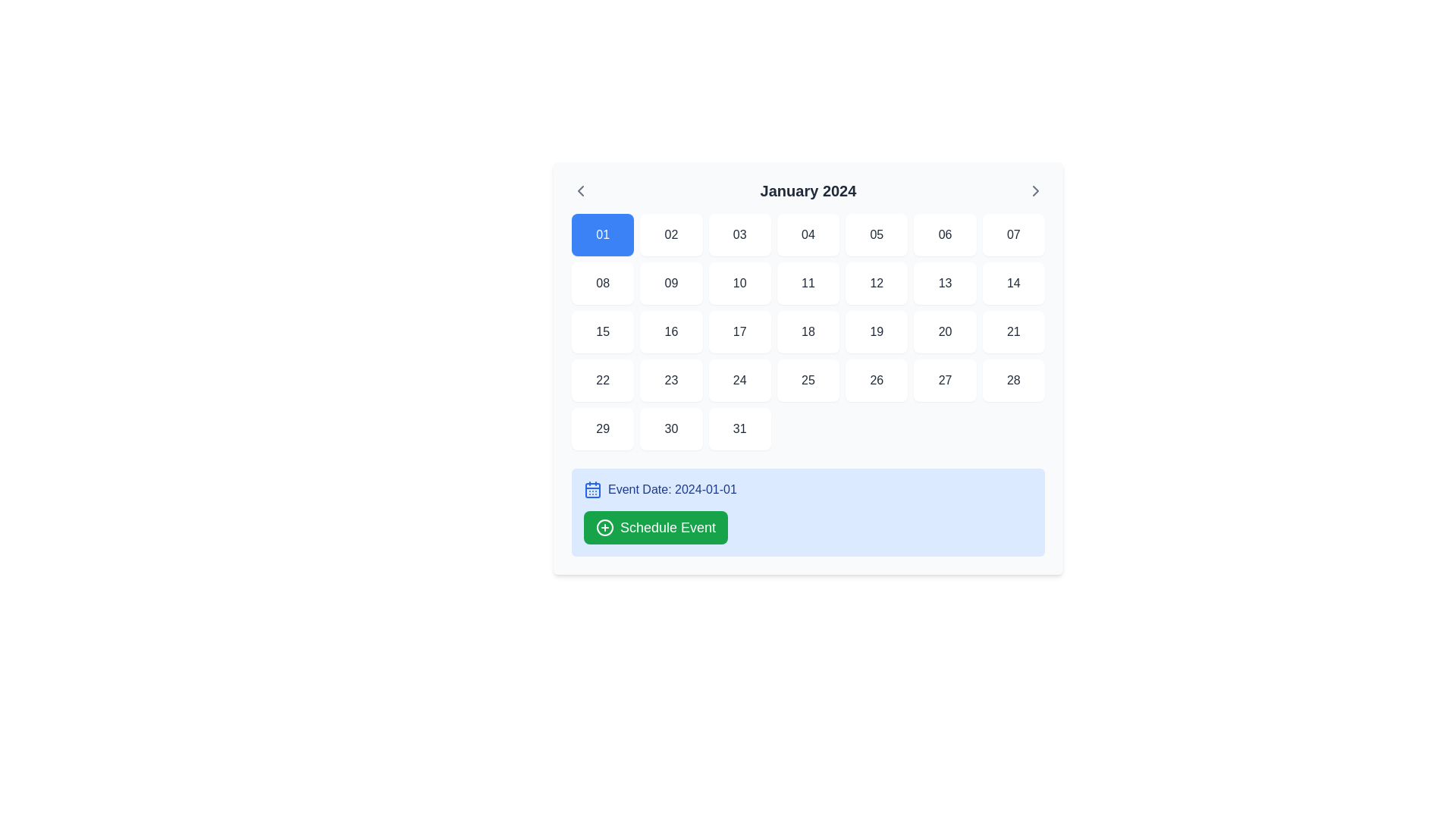 The width and height of the screenshot is (1456, 819). What do you see at coordinates (655, 526) in the screenshot?
I see `the green button labeled 'Schedule Event' with a plus sign icon` at bounding box center [655, 526].